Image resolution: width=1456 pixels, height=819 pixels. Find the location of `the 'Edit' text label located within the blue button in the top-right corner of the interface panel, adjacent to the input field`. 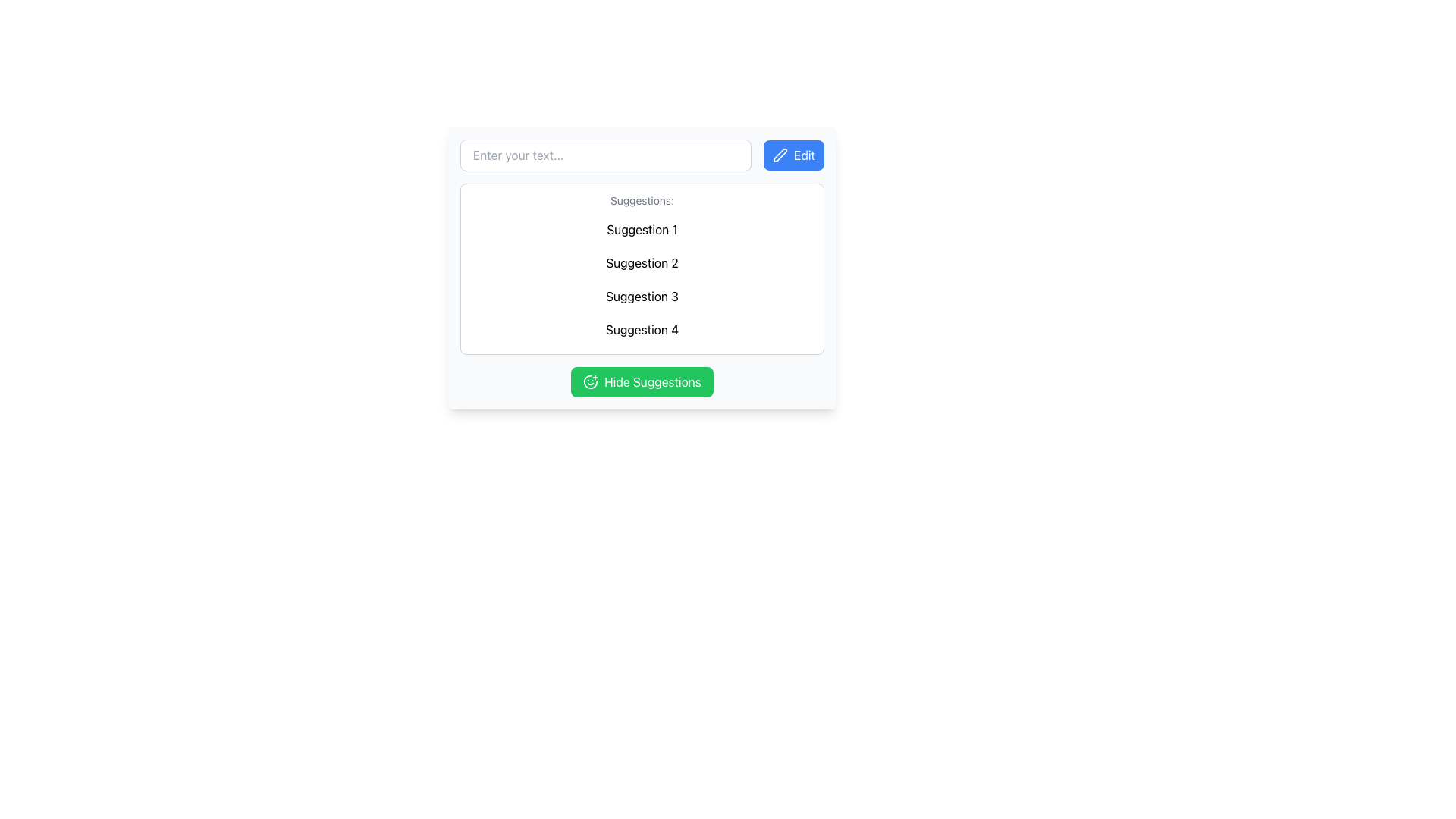

the 'Edit' text label located within the blue button in the top-right corner of the interface panel, adjacent to the input field is located at coordinates (803, 155).